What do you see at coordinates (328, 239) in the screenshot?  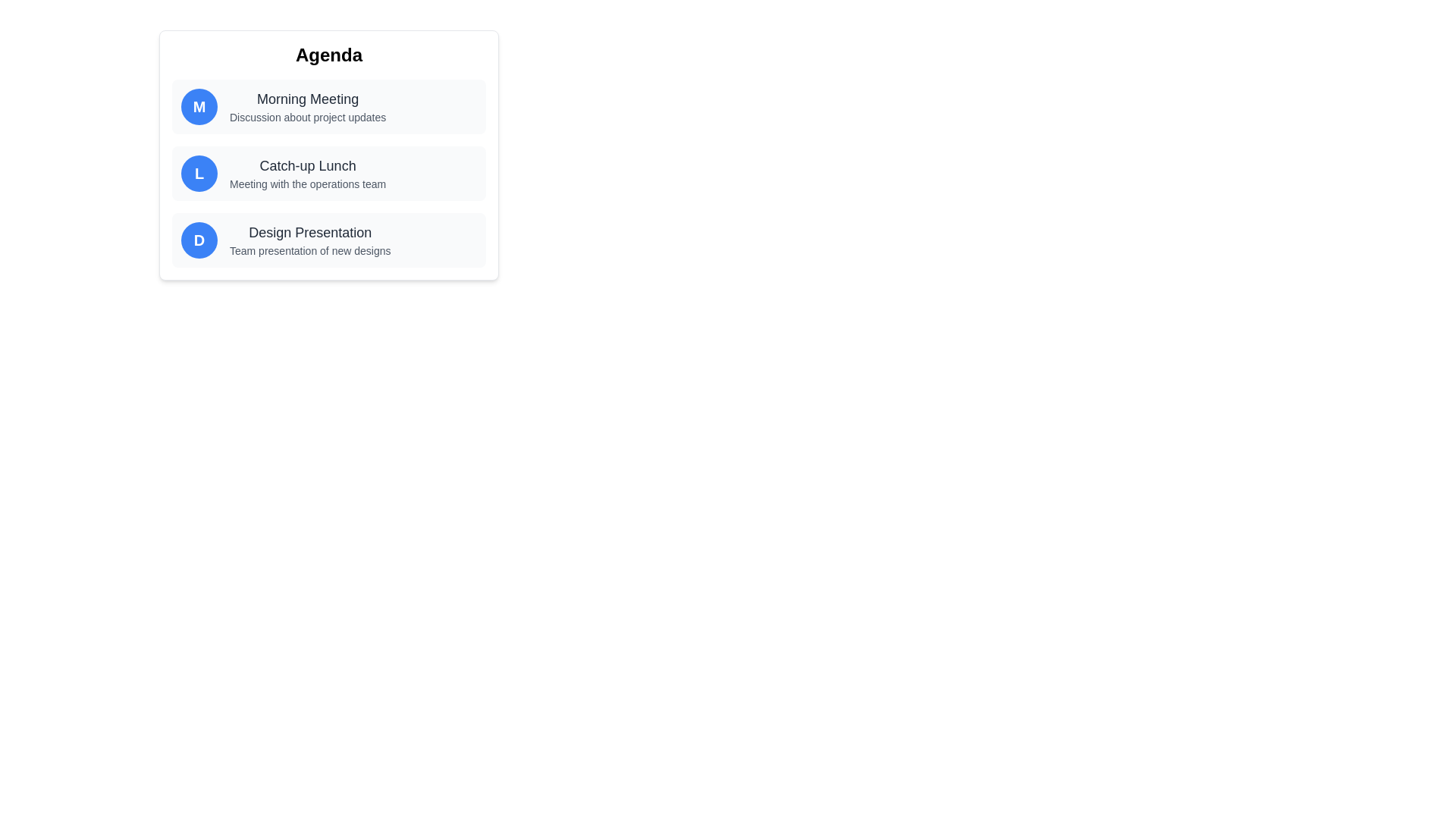 I see `the third list item under the 'Agenda' header, which provides information about the 'Design Presentation' and its description 'Team presentation of new designs.'` at bounding box center [328, 239].